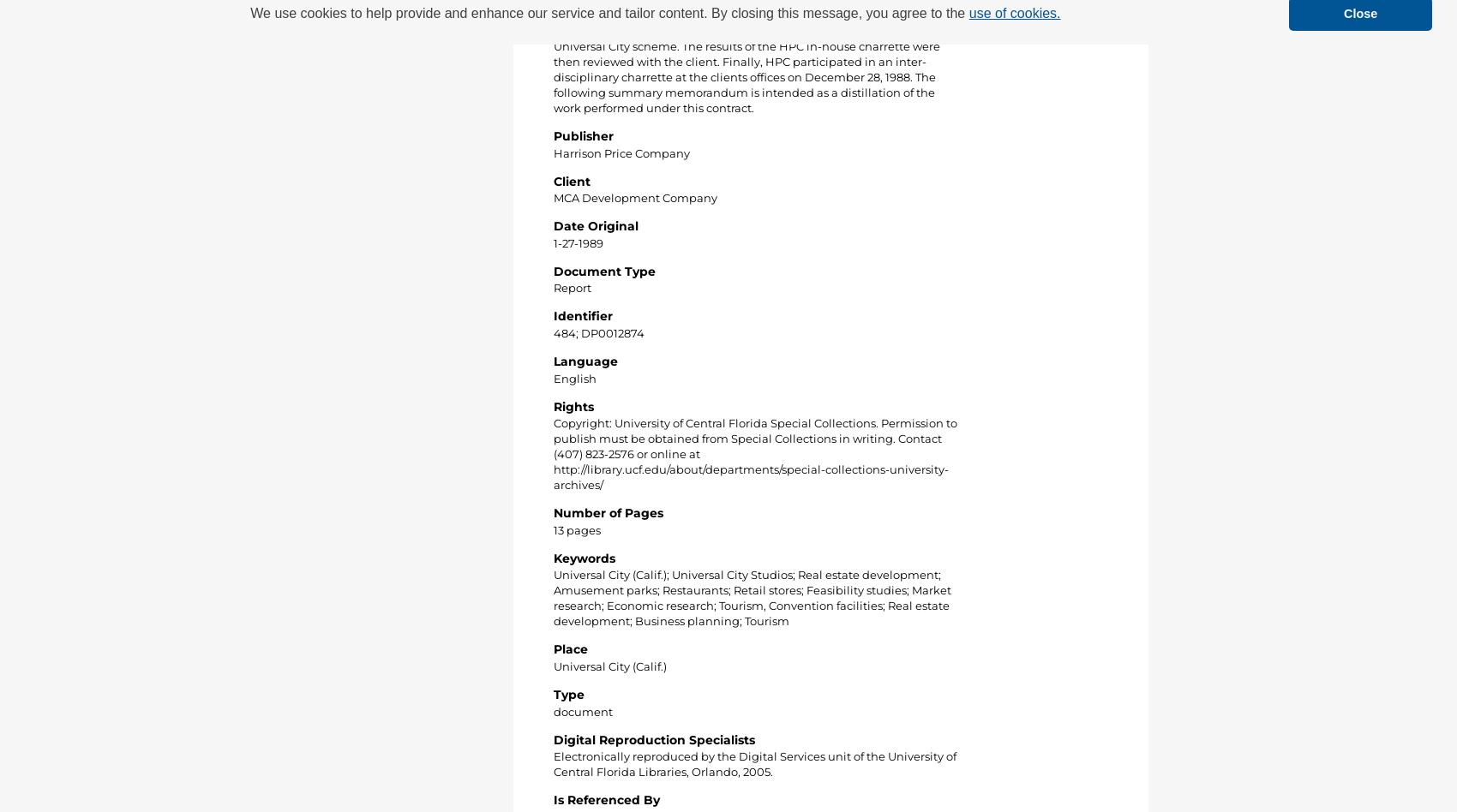  What do you see at coordinates (572, 180) in the screenshot?
I see `'Client'` at bounding box center [572, 180].